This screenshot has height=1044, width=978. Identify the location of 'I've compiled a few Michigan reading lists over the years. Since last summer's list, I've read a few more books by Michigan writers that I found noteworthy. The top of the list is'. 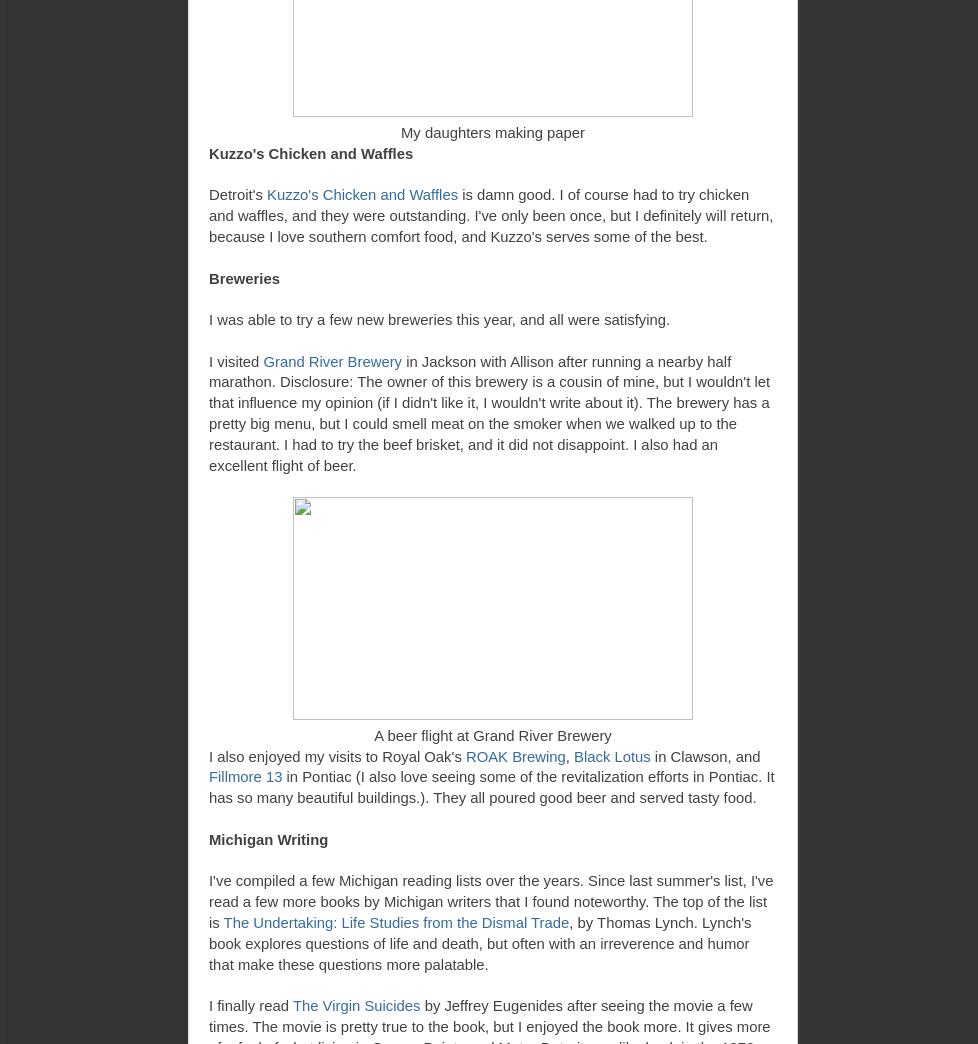
(208, 901).